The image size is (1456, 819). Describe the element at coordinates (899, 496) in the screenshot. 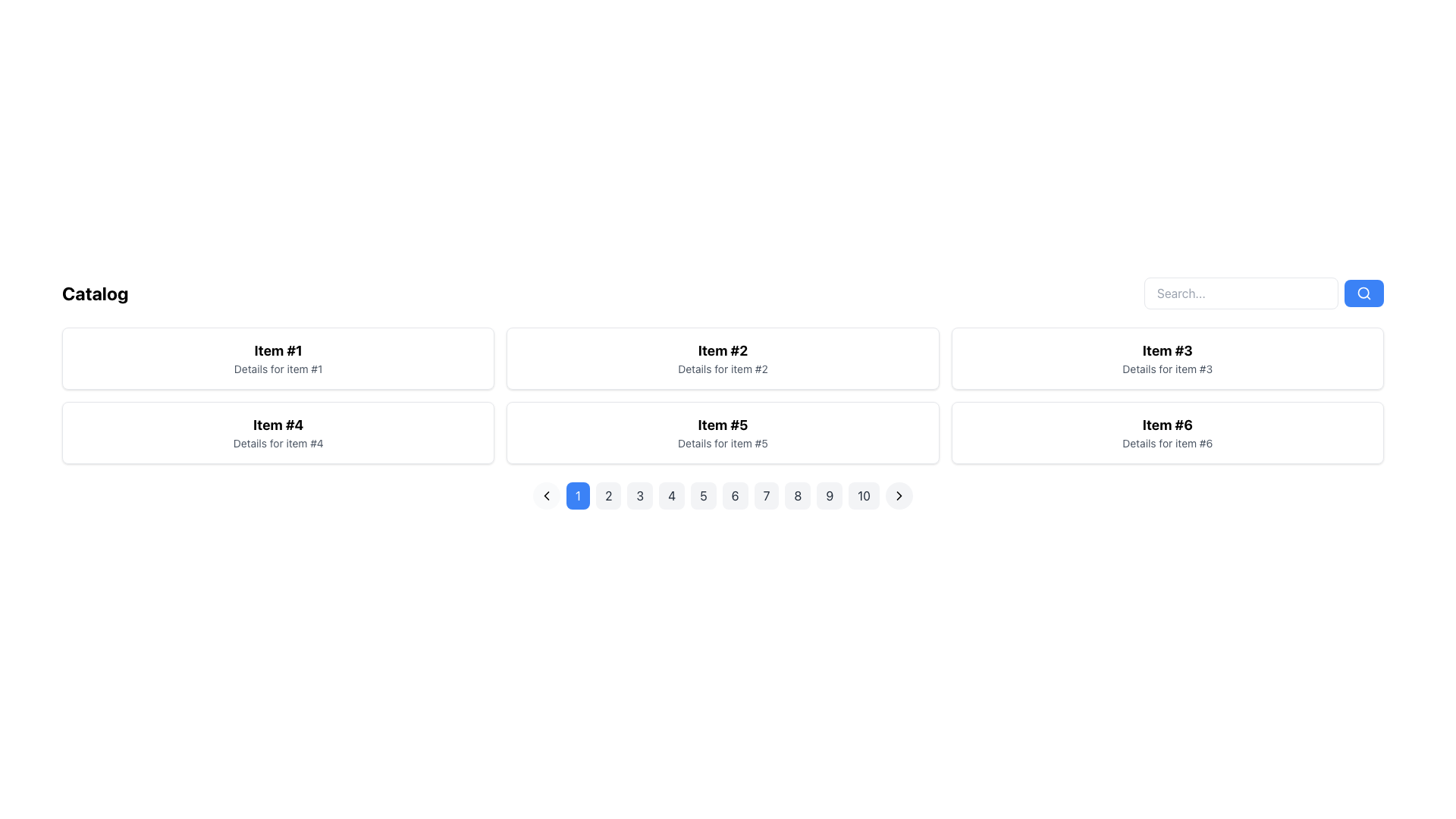

I see `the pagination icon located to the right of the number 10, which indicates navigation to the next set of items or content pages` at that location.